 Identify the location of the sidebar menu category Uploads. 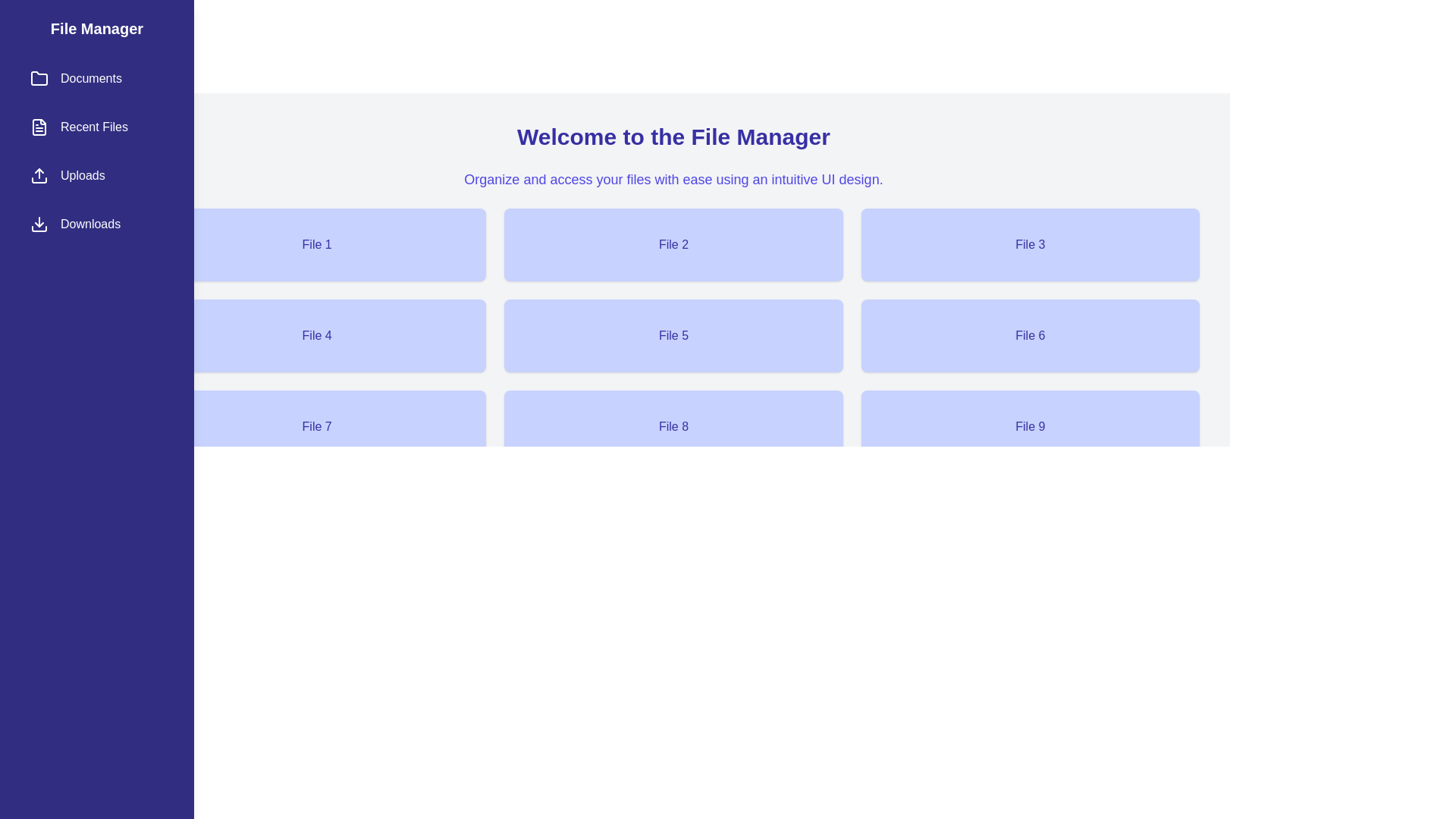
(96, 174).